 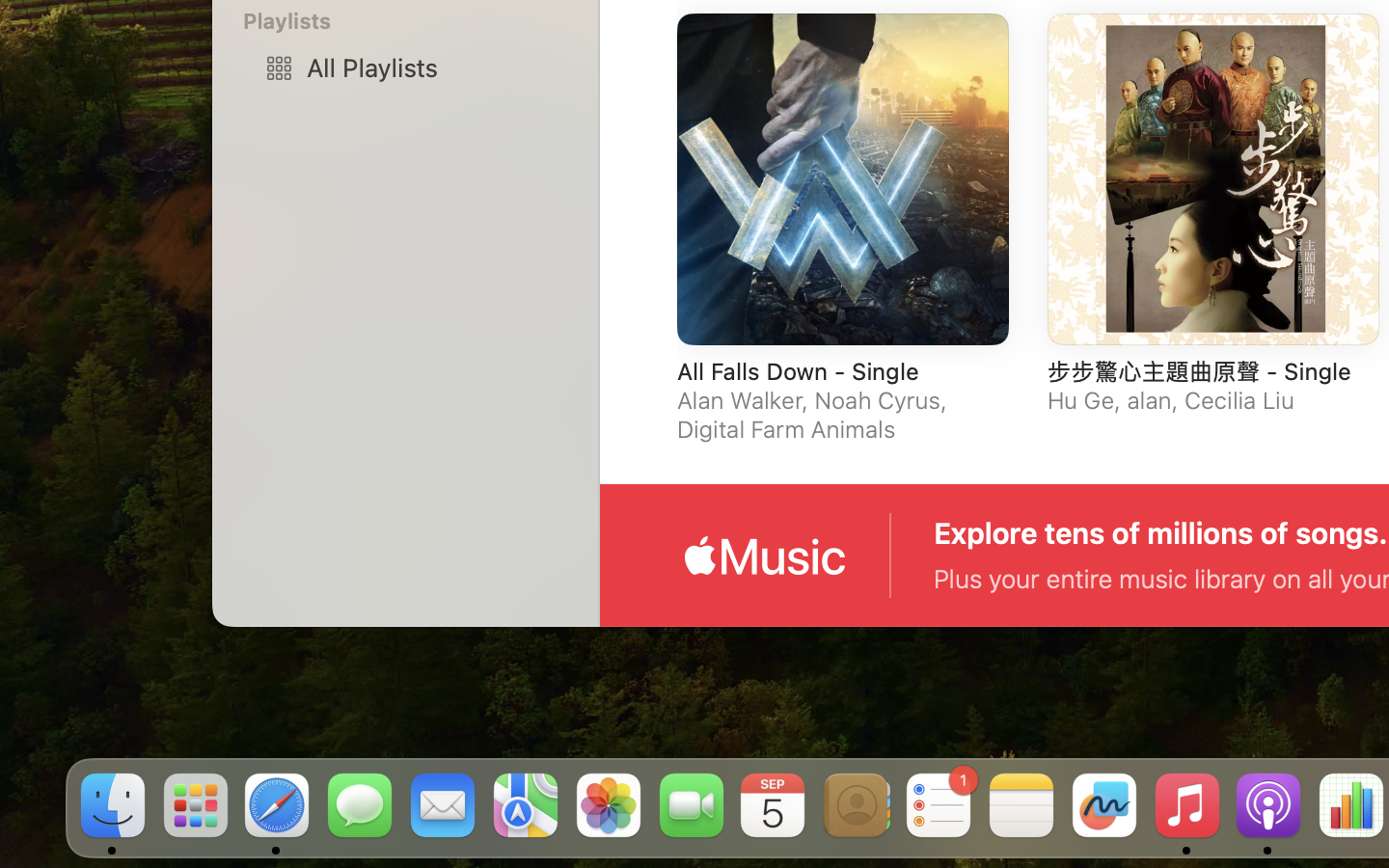 I want to click on 'Playlists', so click(x=417, y=19).